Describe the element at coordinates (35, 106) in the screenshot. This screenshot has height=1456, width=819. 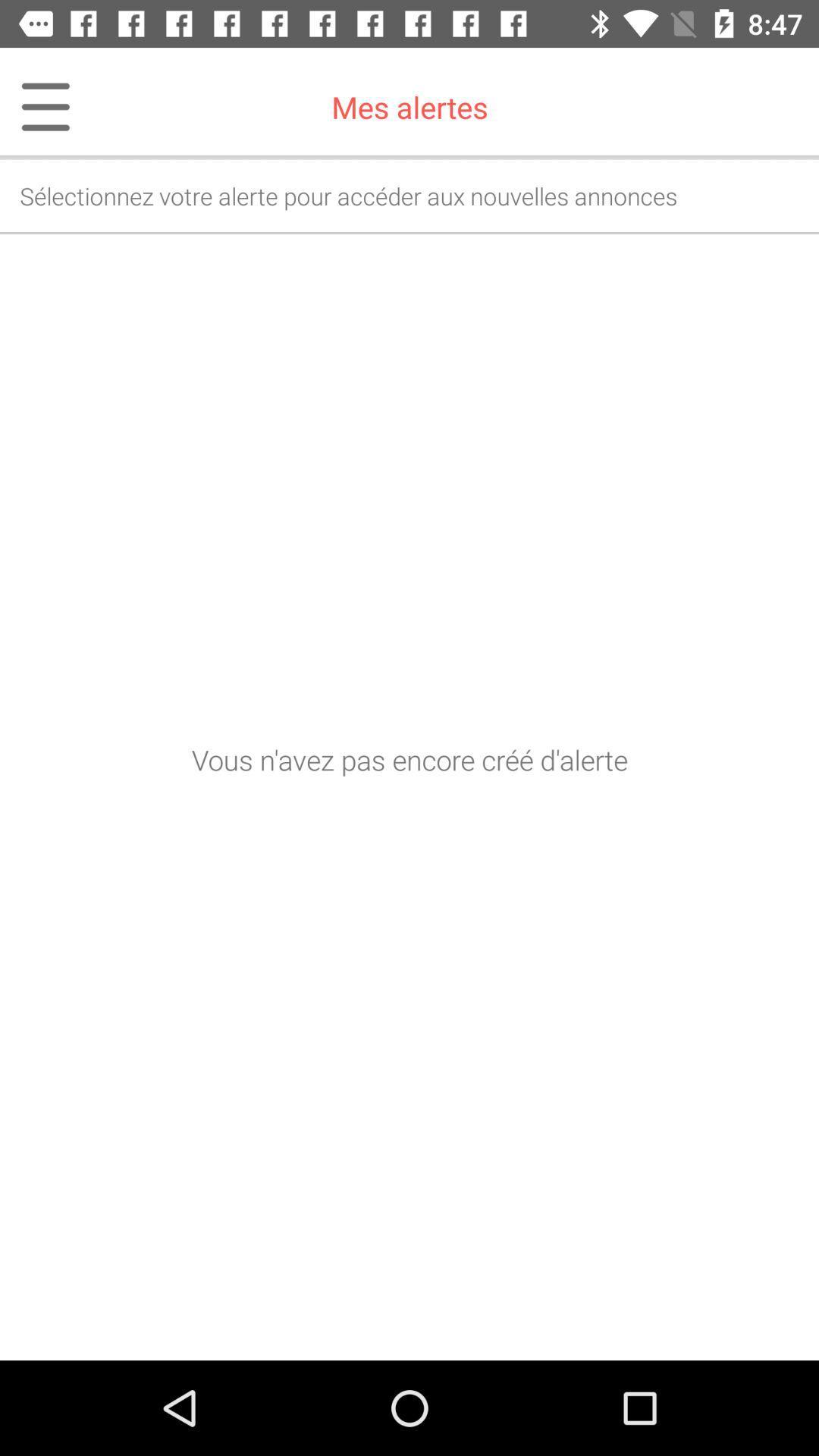
I see `icon to the left of mes alertes` at that location.